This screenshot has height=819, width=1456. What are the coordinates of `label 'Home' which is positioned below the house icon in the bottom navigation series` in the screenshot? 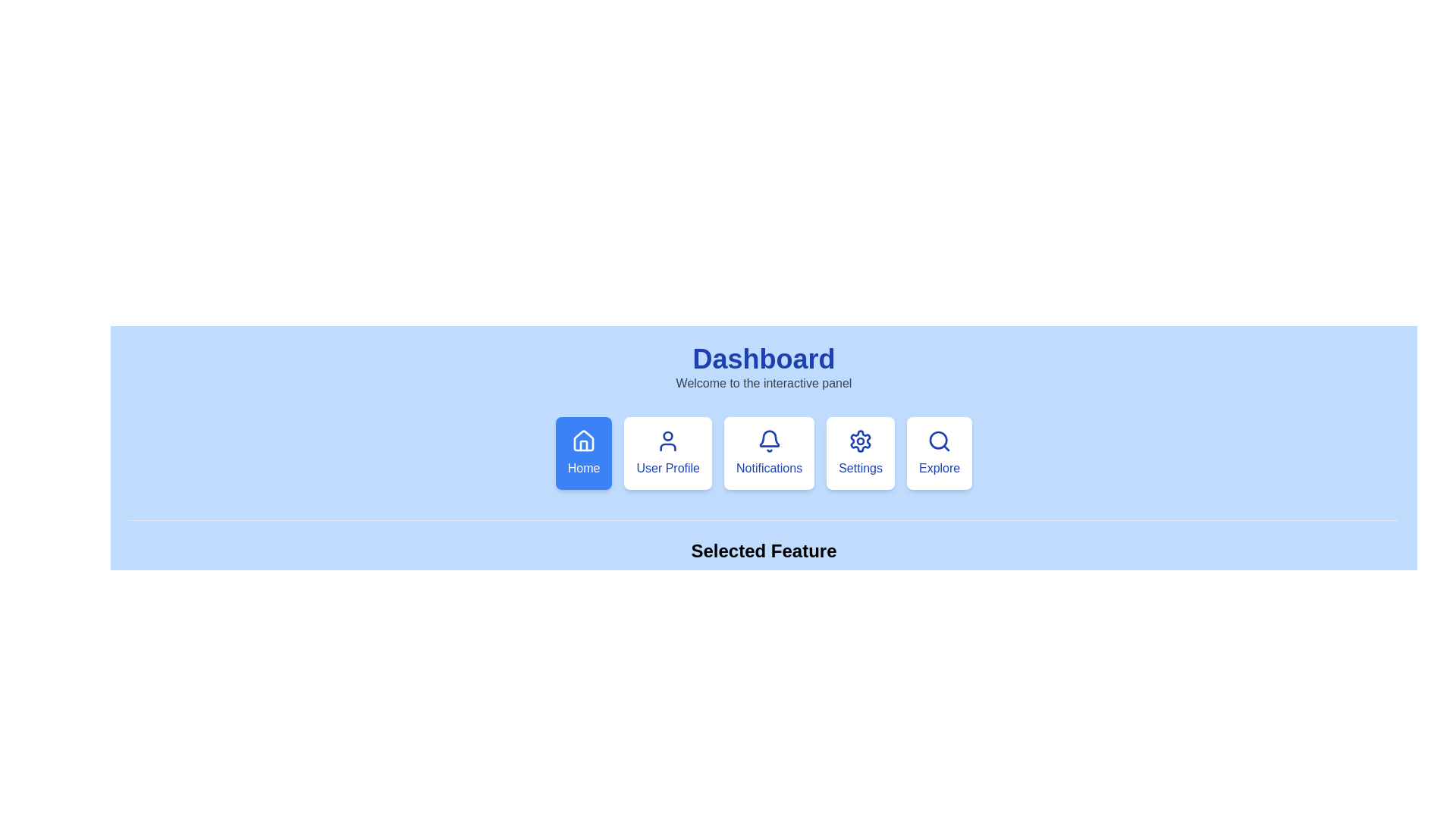 It's located at (583, 467).